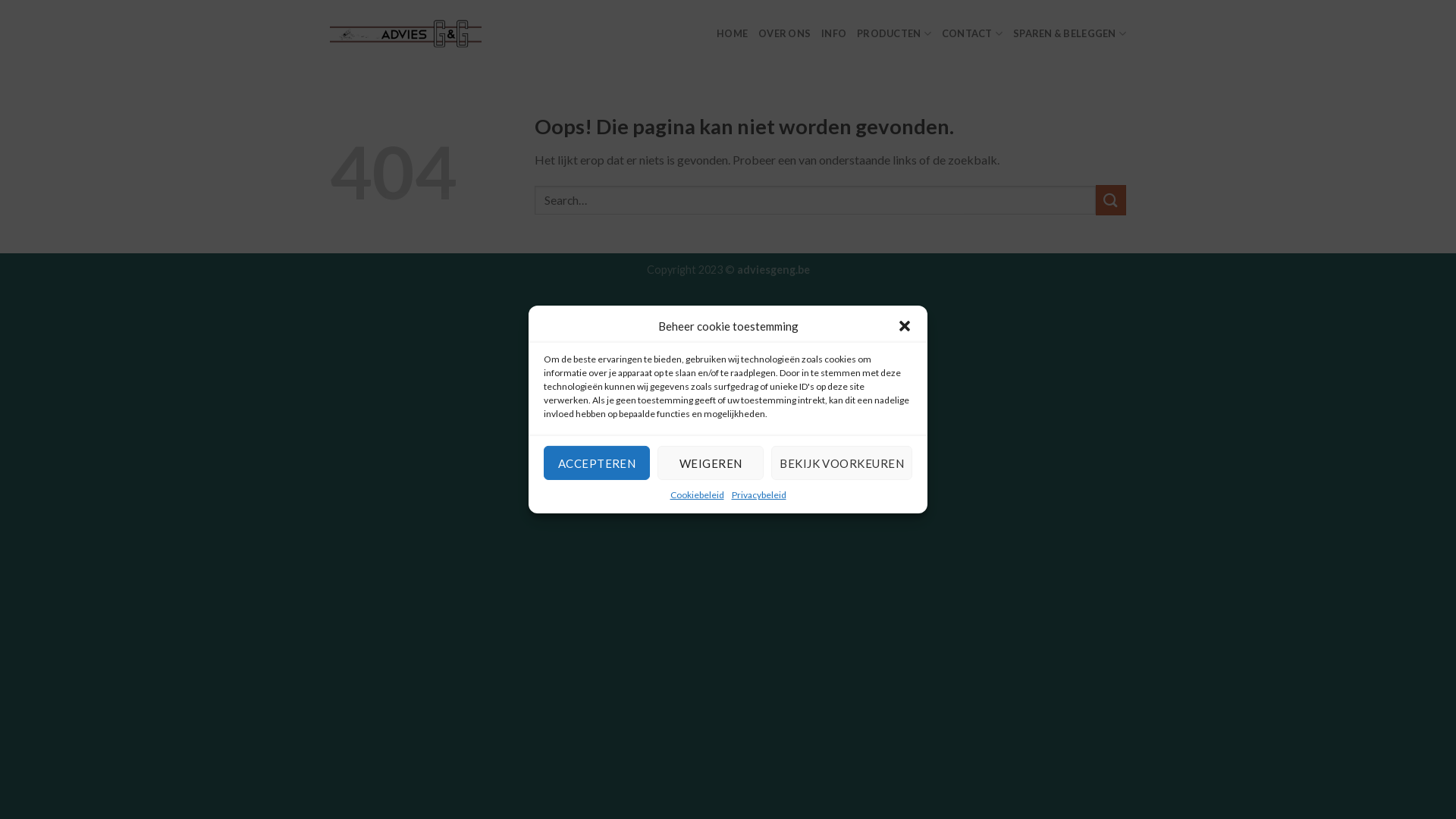 The width and height of the screenshot is (1456, 819). Describe the element at coordinates (784, 33) in the screenshot. I see `'OVER ONS'` at that location.